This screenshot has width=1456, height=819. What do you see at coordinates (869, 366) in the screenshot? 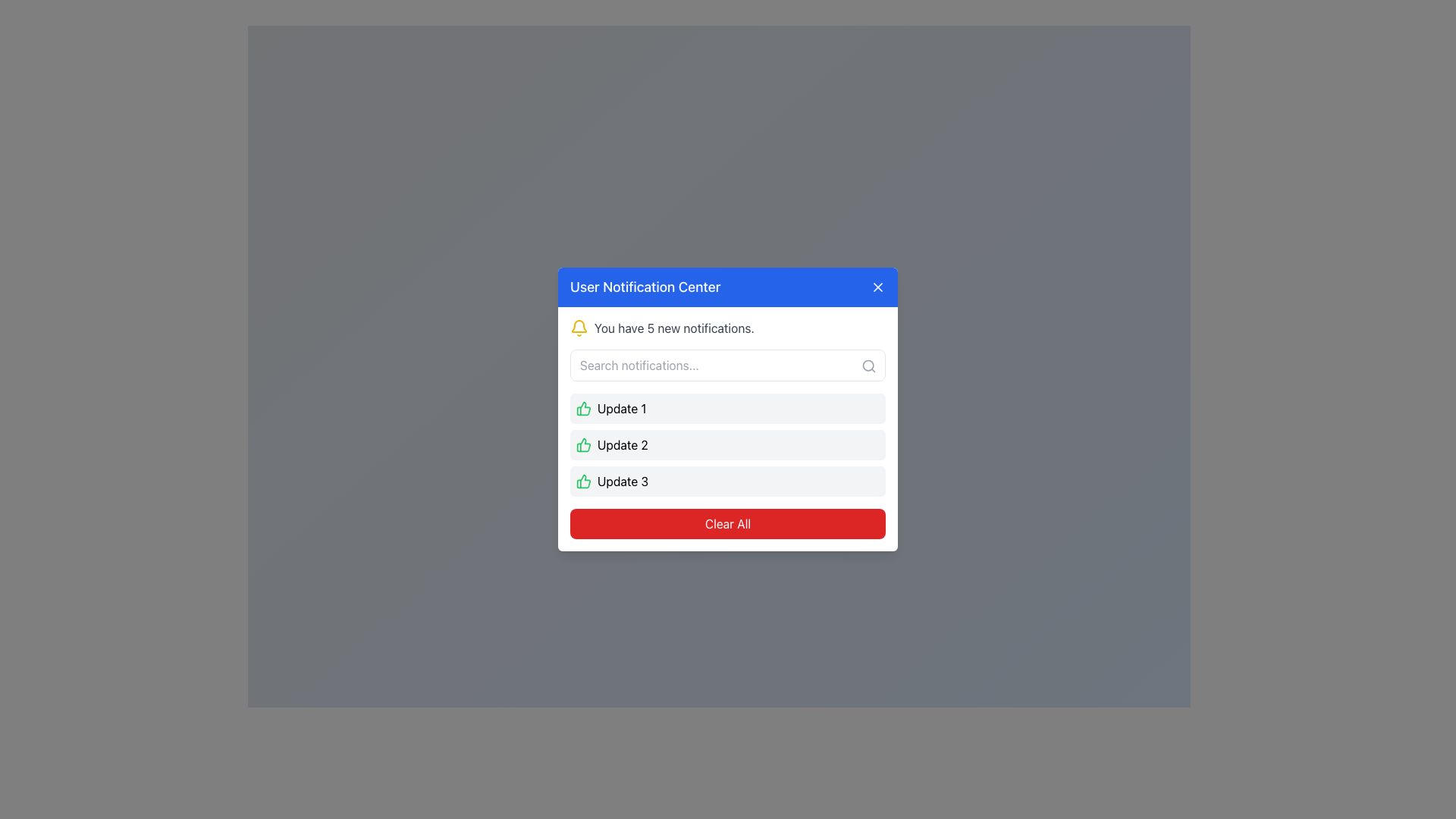
I see `the search icon resembling a magnifying glass, which is located inside the input field labeled 'Search notifications...' at the rightmost end` at bounding box center [869, 366].